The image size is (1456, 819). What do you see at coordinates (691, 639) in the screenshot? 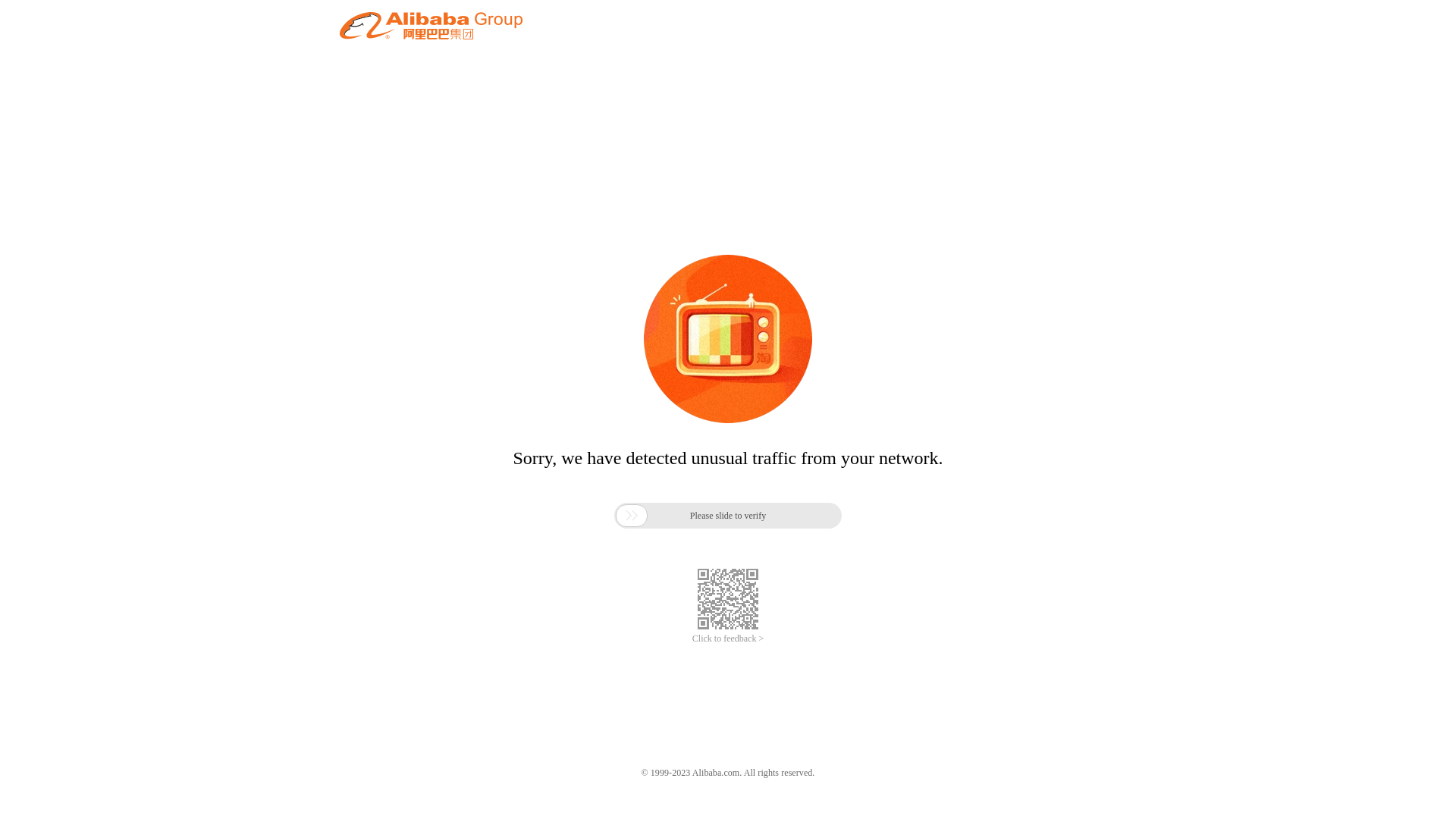
I see `'Click to feedback >'` at bounding box center [691, 639].